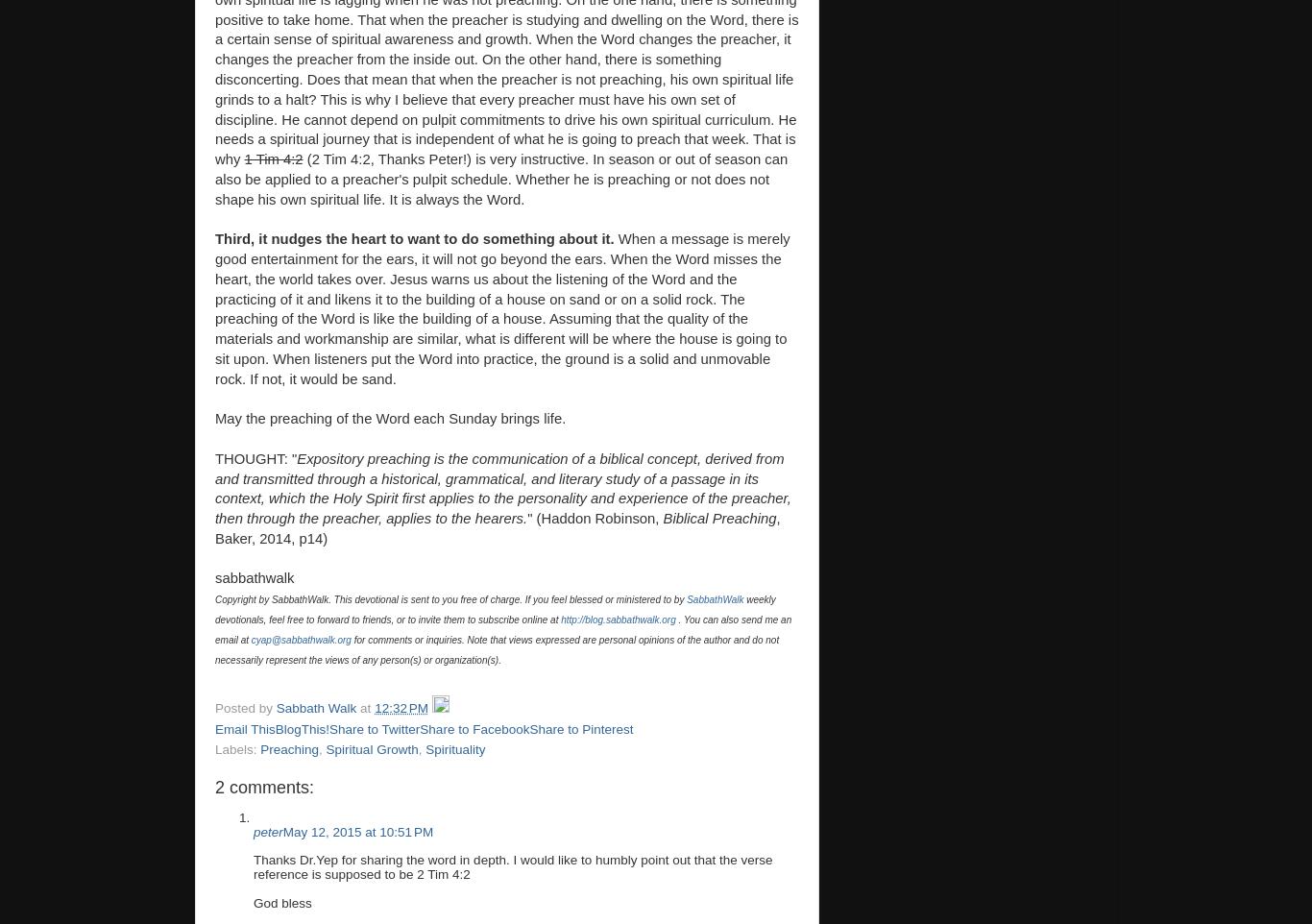 The image size is (1312, 924). I want to click on 'cyap@sabbathwalk.org', so click(251, 639).